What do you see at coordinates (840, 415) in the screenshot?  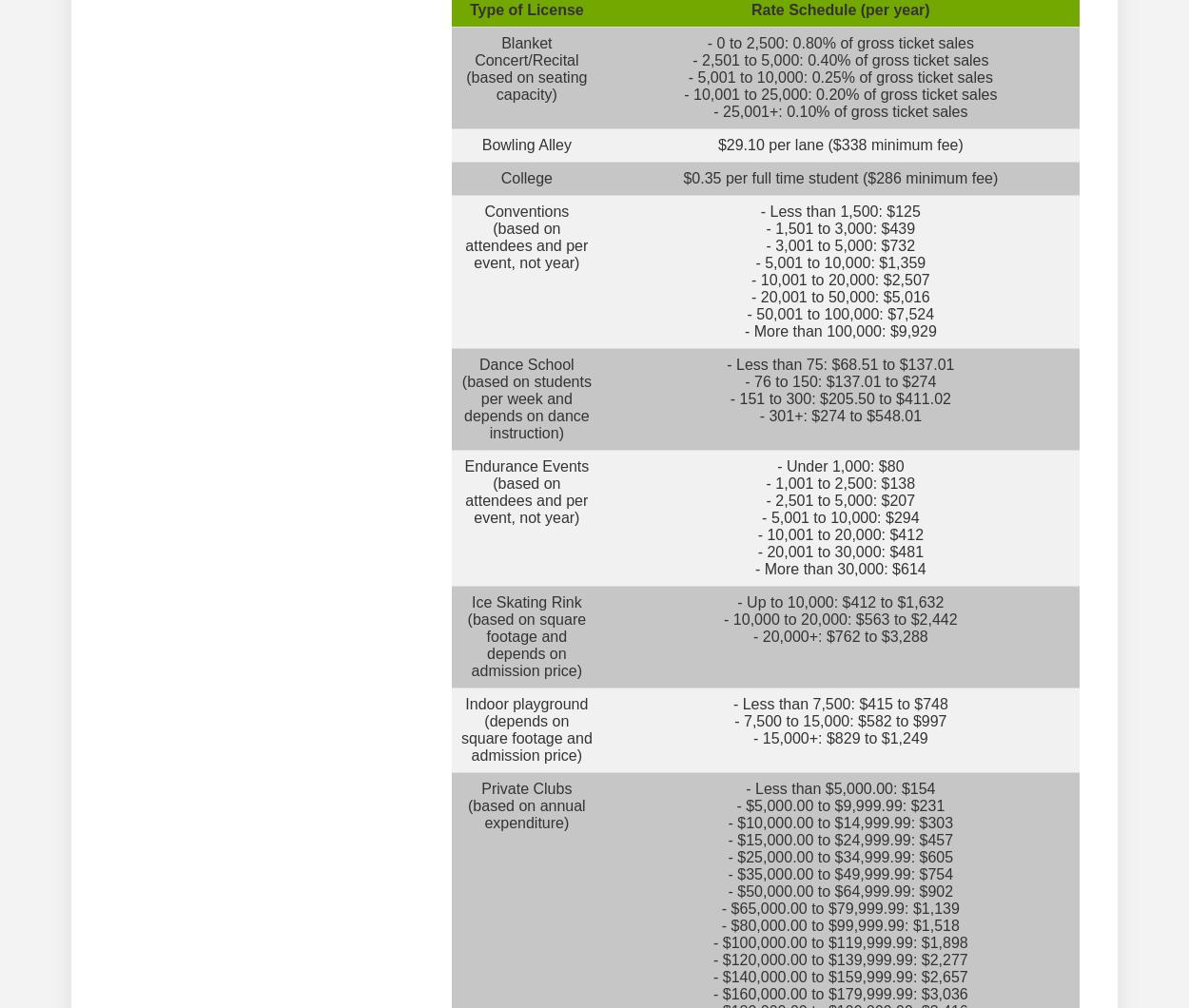 I see `'- 301+: $274 to $548.01'` at bounding box center [840, 415].